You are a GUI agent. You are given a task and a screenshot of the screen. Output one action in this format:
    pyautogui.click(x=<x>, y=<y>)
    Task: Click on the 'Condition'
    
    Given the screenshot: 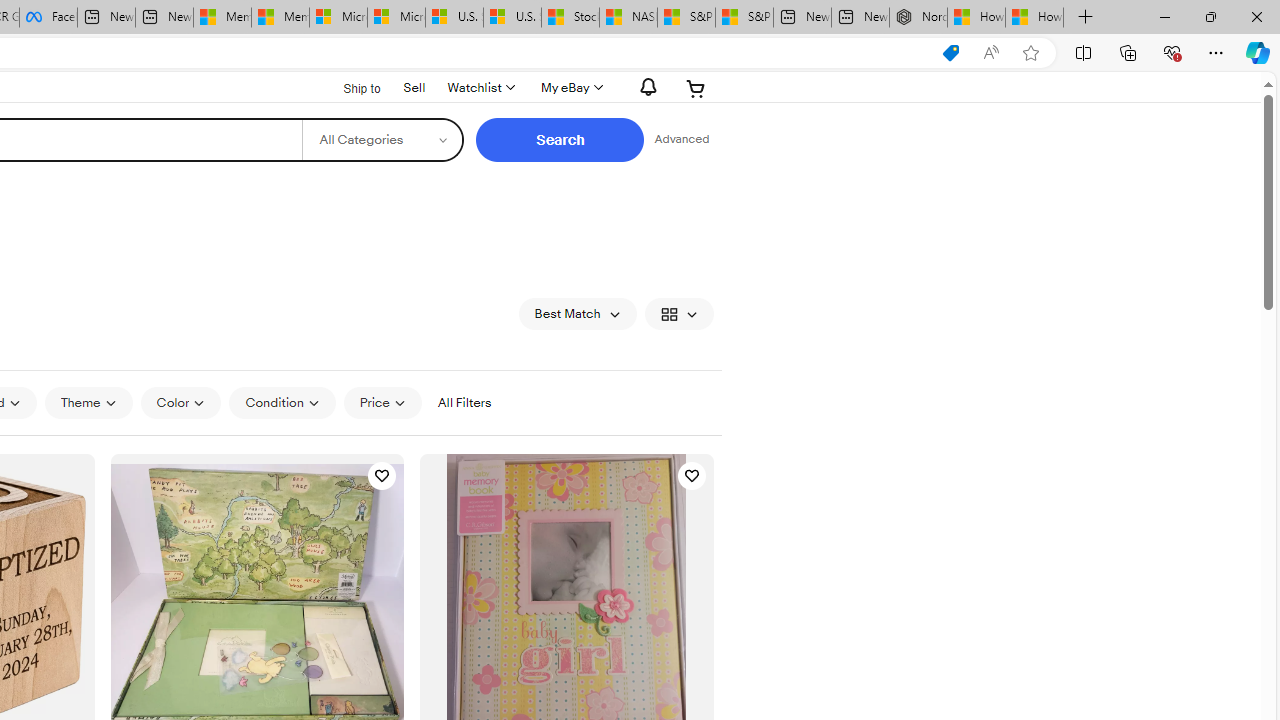 What is the action you would take?
    pyautogui.click(x=281, y=403)
    